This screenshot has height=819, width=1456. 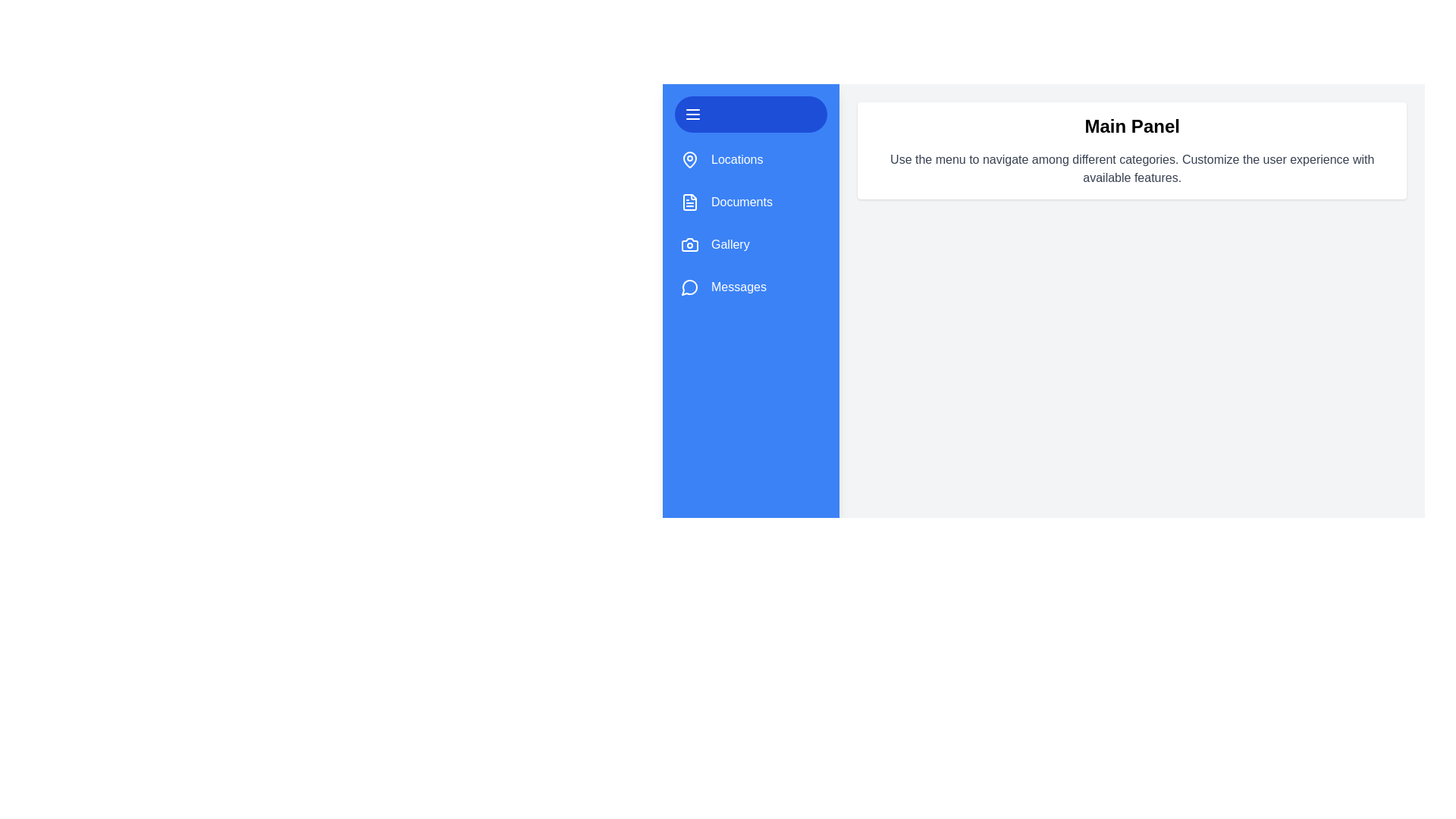 I want to click on the category Messages to observe its hover effect, so click(x=750, y=287).